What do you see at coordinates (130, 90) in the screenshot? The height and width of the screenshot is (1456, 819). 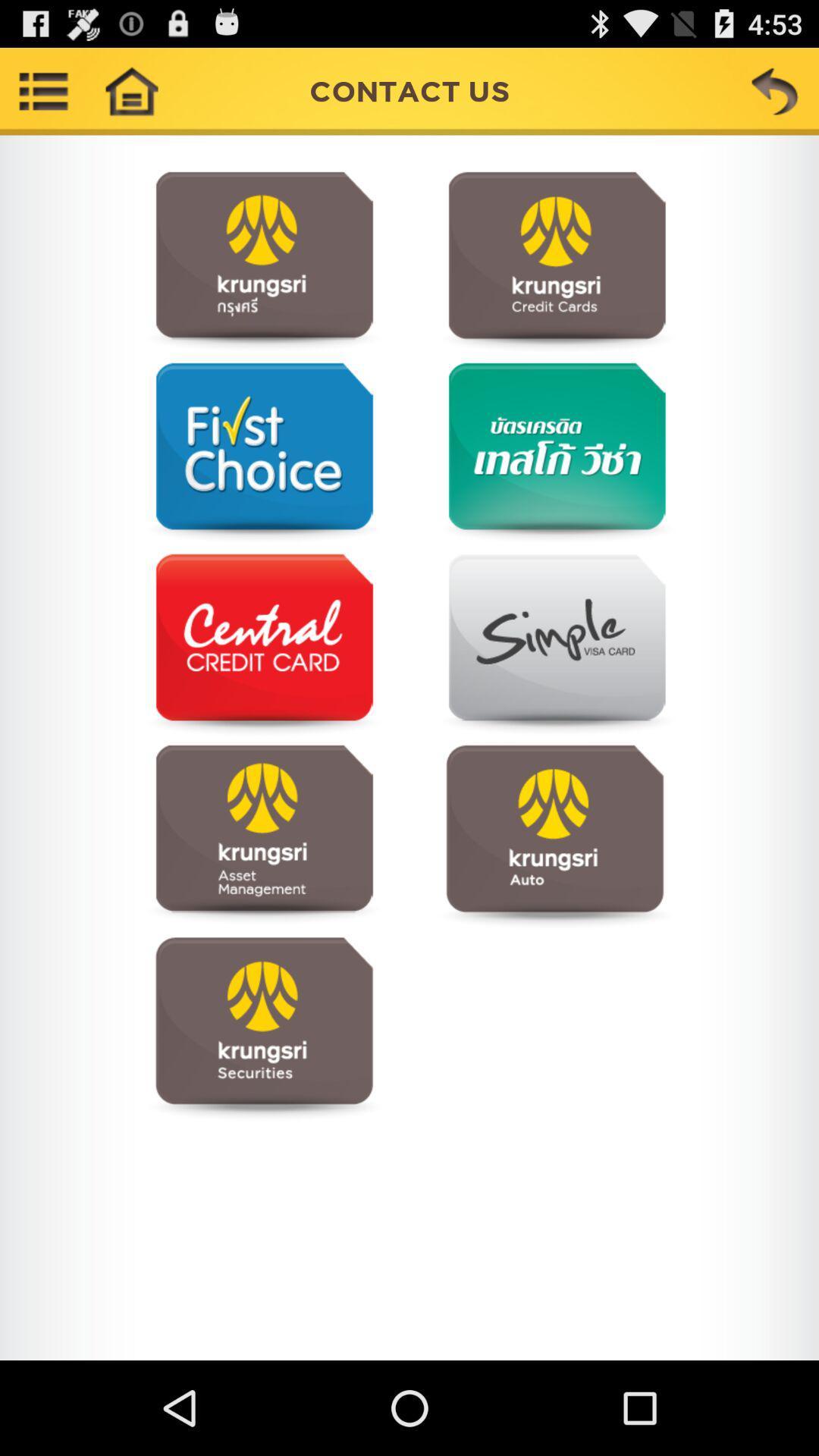 I see `home option` at bounding box center [130, 90].